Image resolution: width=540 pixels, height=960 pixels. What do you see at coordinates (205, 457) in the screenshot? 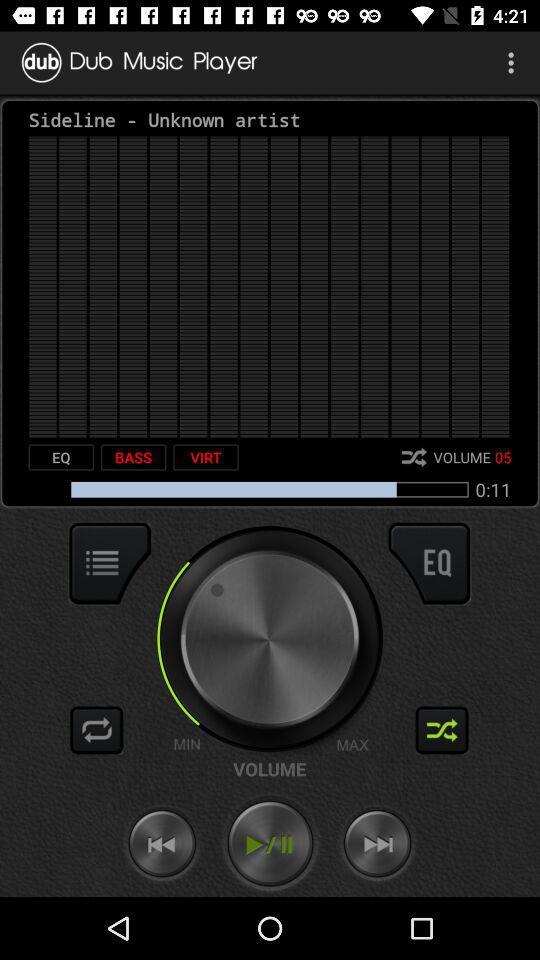
I see `the item next to the  bass  item` at bounding box center [205, 457].